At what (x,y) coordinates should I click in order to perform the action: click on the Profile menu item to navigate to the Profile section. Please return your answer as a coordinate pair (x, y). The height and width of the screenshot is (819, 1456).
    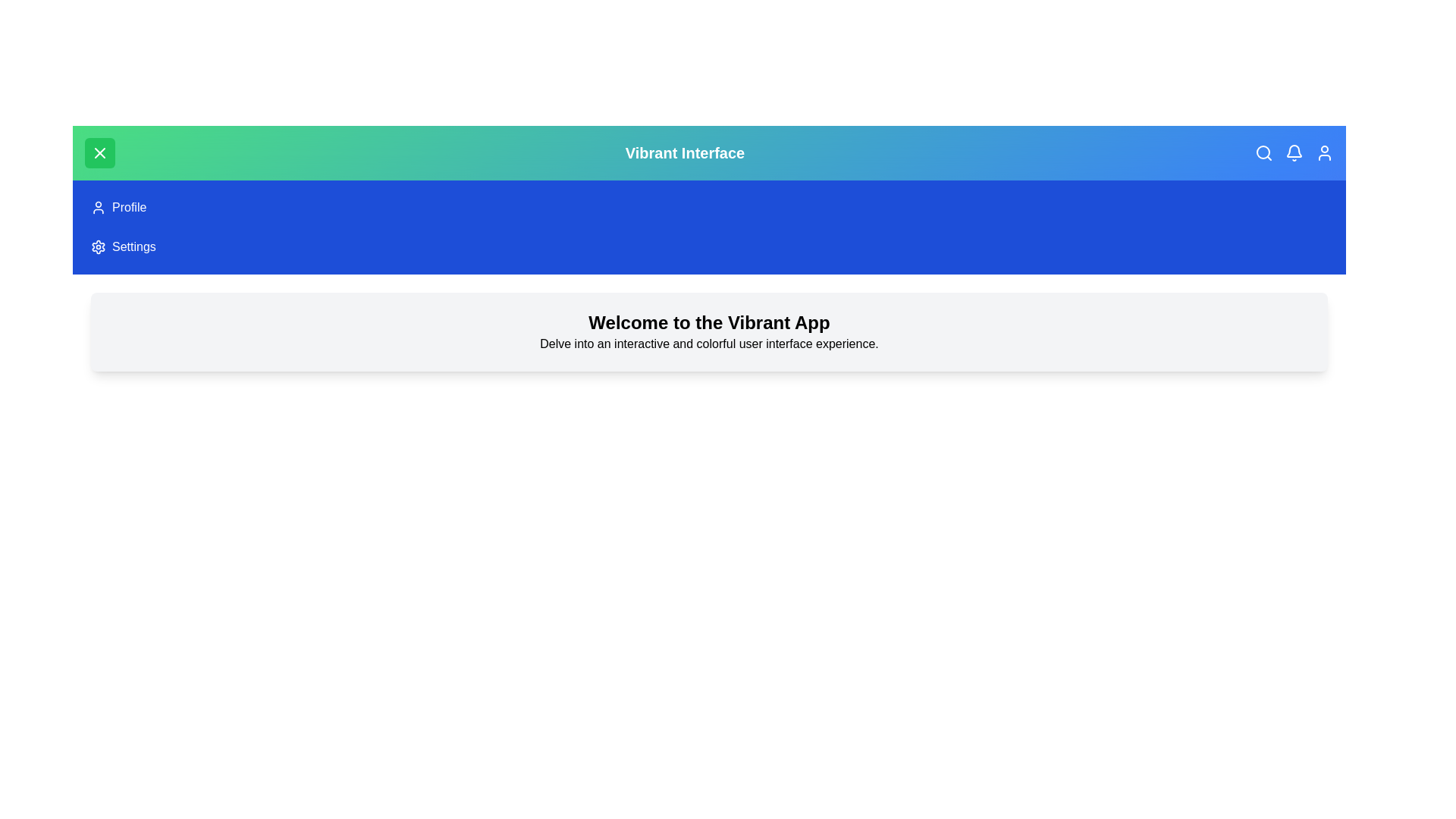
    Looking at the image, I should click on (97, 207).